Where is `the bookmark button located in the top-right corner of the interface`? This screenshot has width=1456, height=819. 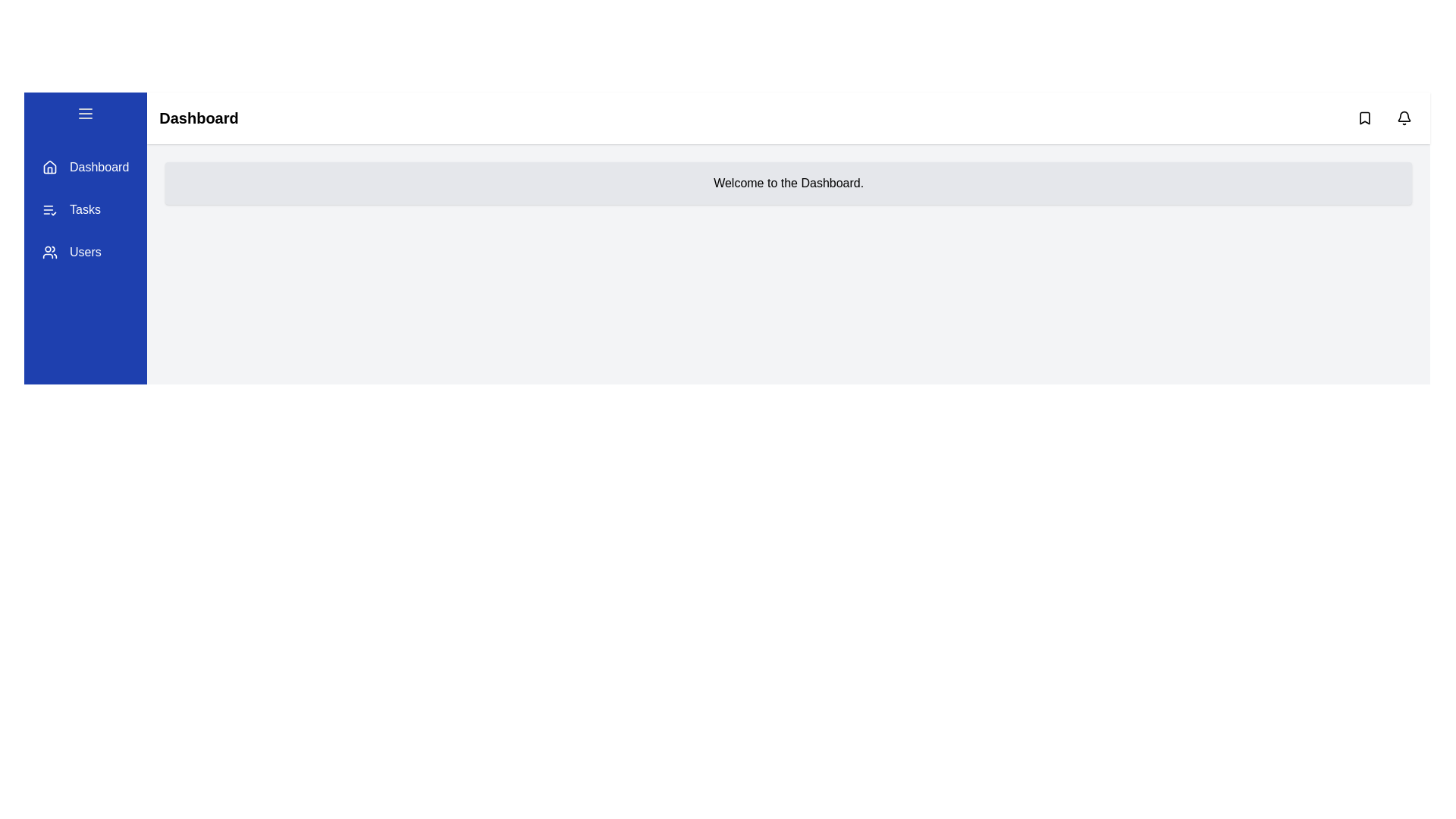
the bookmark button located in the top-right corner of the interface is located at coordinates (1365, 117).